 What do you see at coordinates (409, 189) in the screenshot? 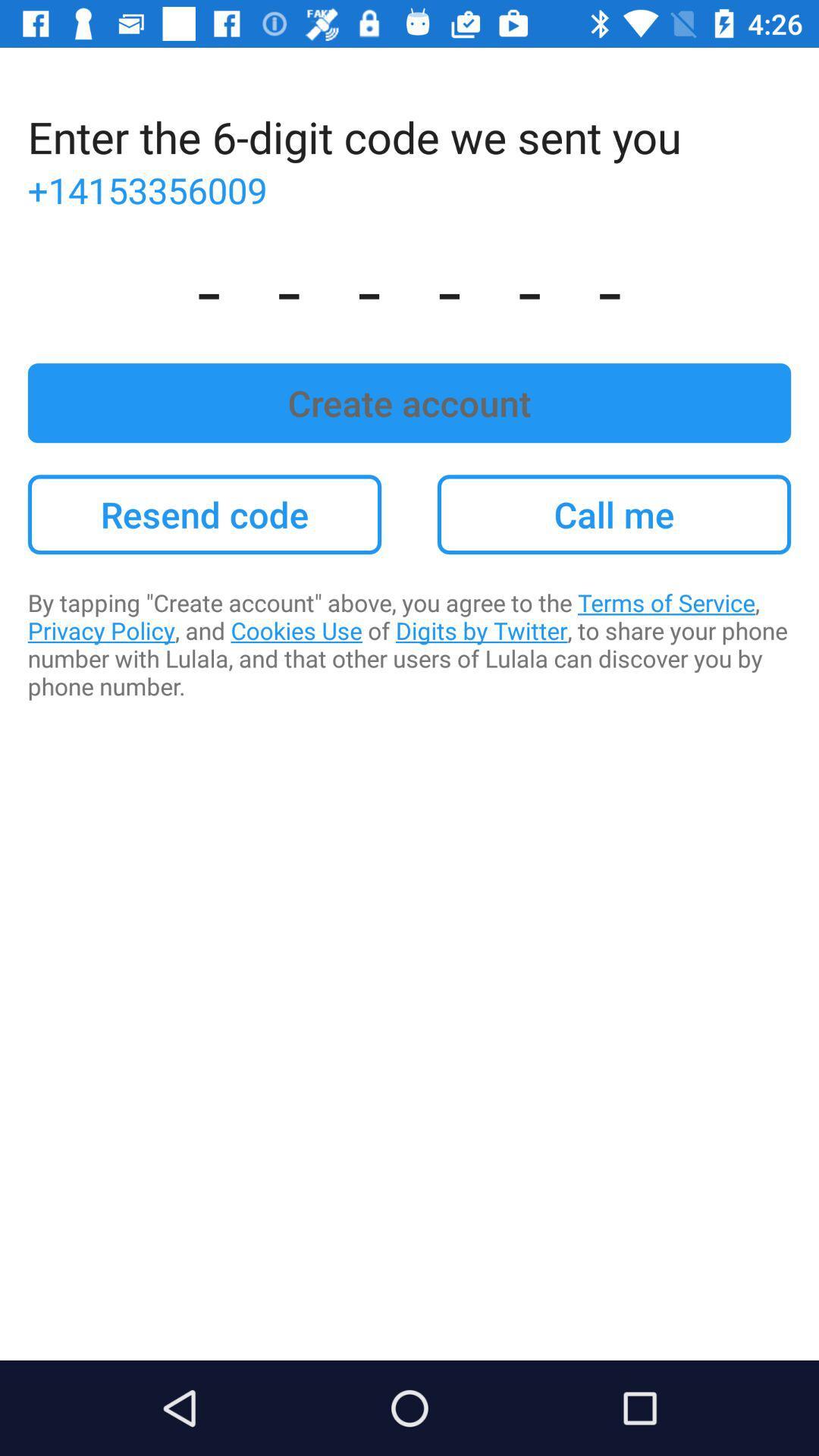
I see `app below enter the 6` at bounding box center [409, 189].